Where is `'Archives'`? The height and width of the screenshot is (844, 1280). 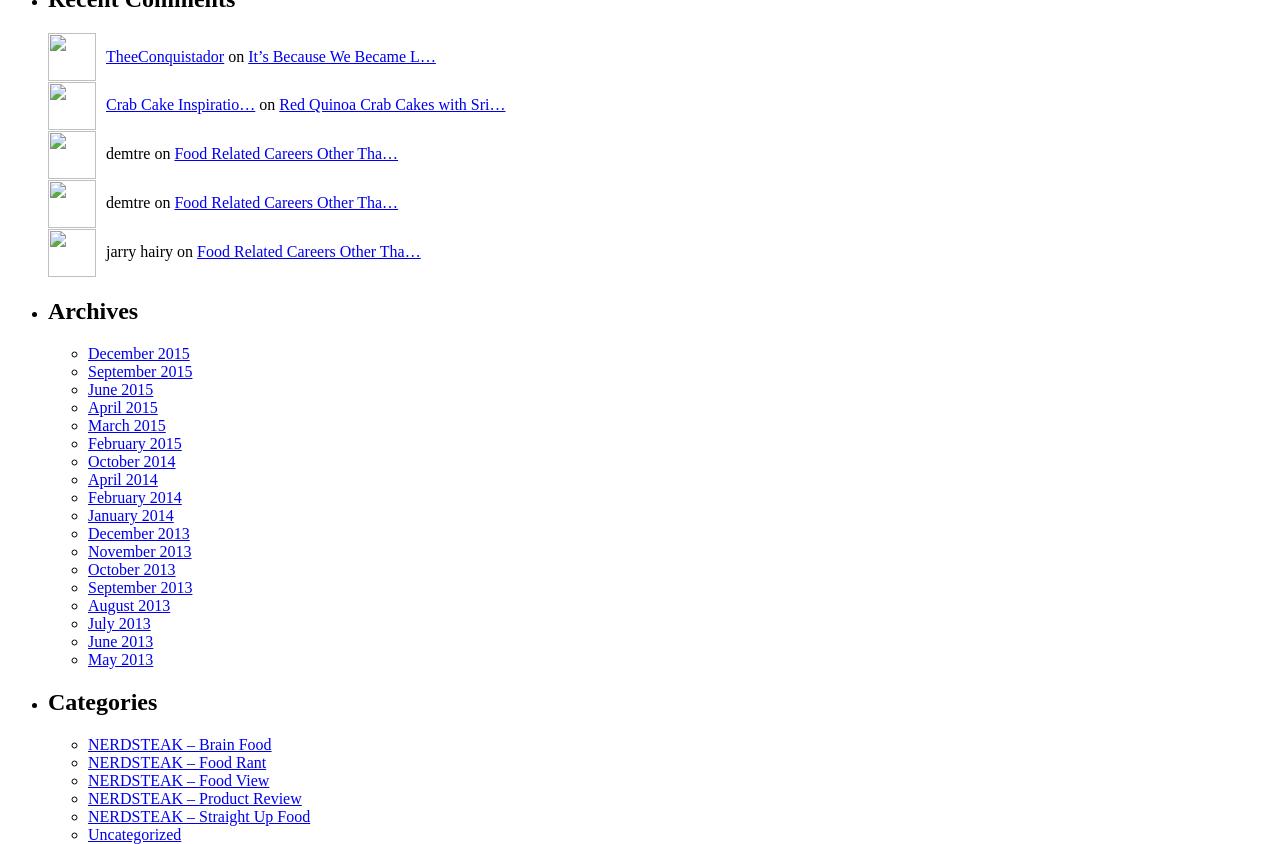
'Archives' is located at coordinates (48, 309).